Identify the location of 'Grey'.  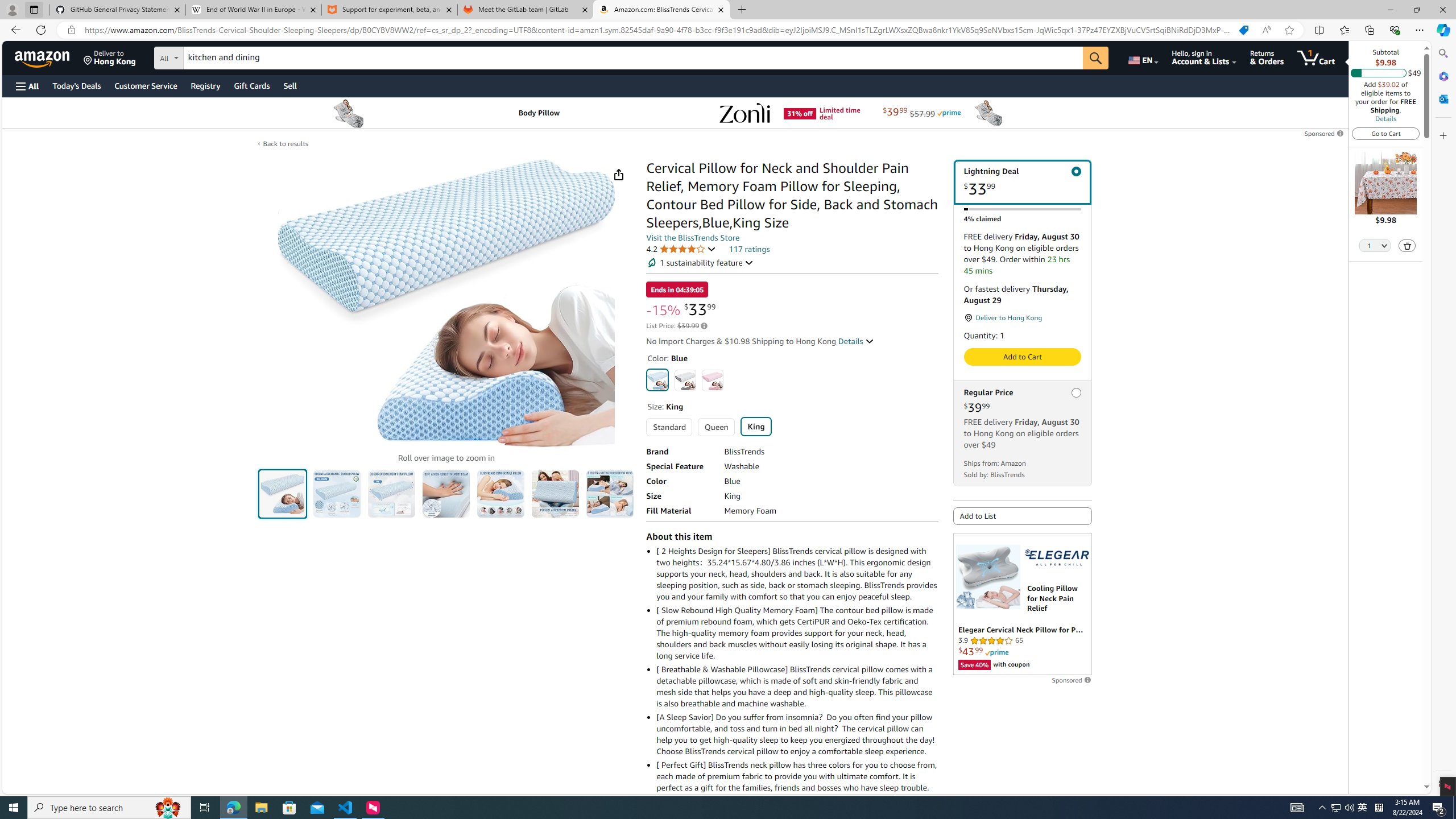
(684, 379).